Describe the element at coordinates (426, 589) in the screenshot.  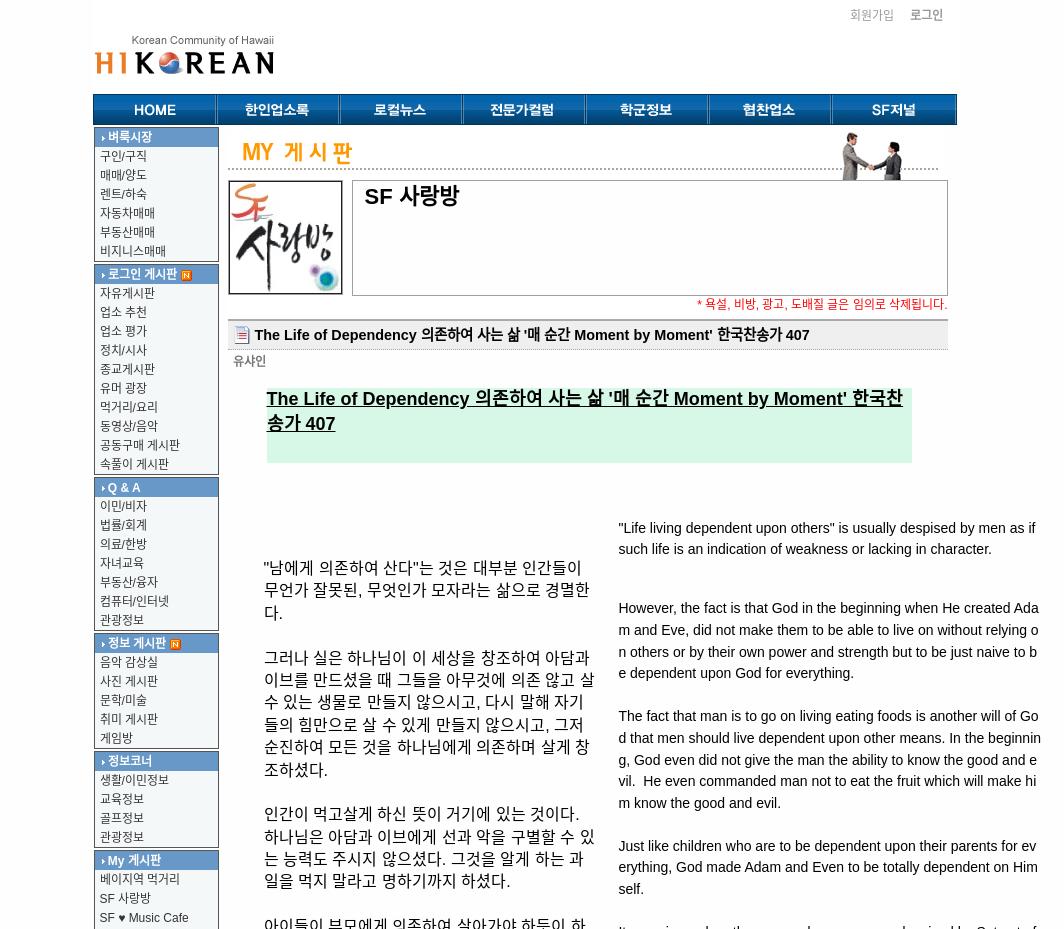
I see `'"남에게 의존하여 산다"는 것은 대부분 인간들이 무언가 잘못된, 무엇인가 										모자라는 삶으로 경멸한다.'` at that location.